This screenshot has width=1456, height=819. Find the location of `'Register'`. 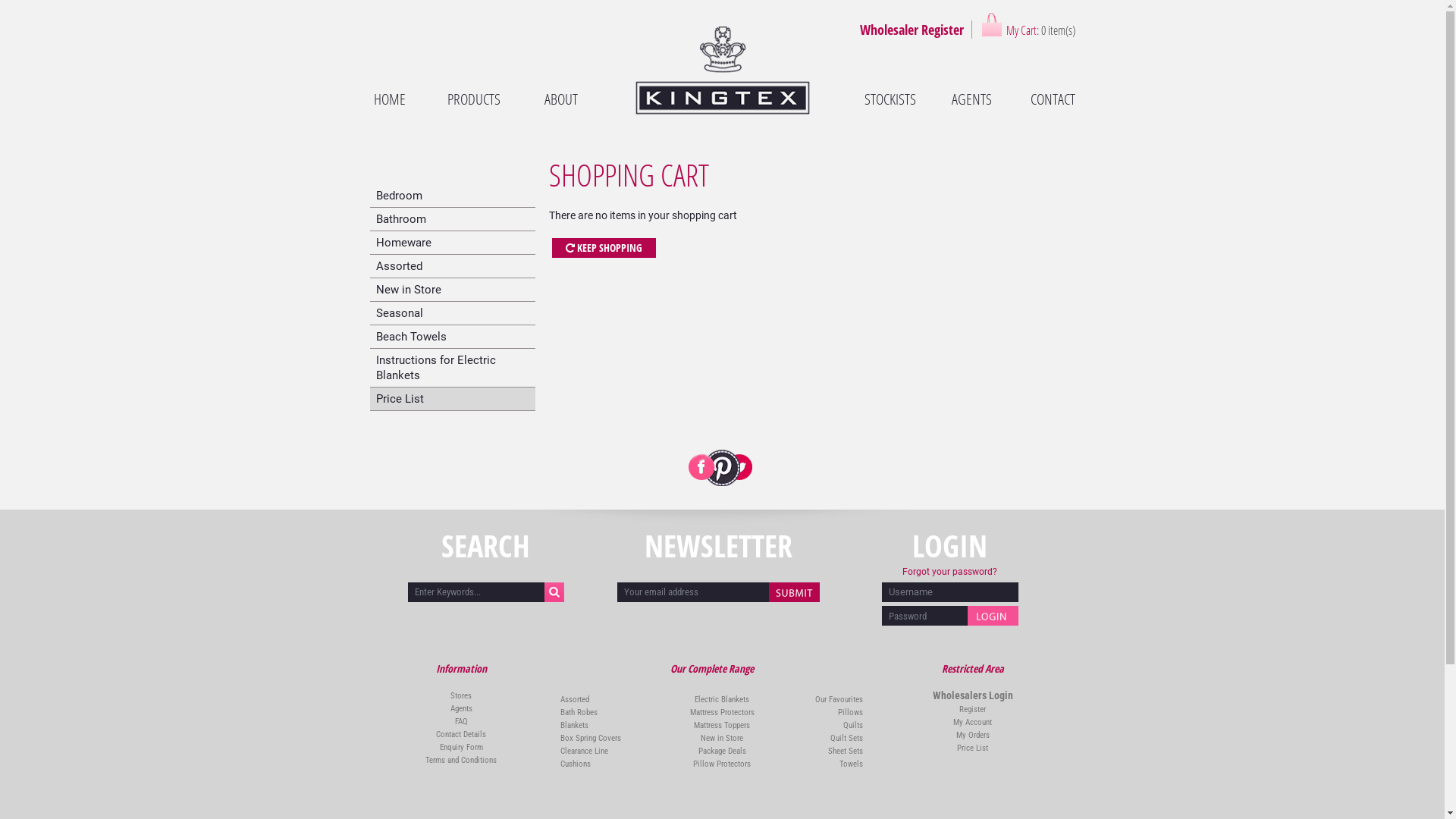

'Register' is located at coordinates (972, 709).